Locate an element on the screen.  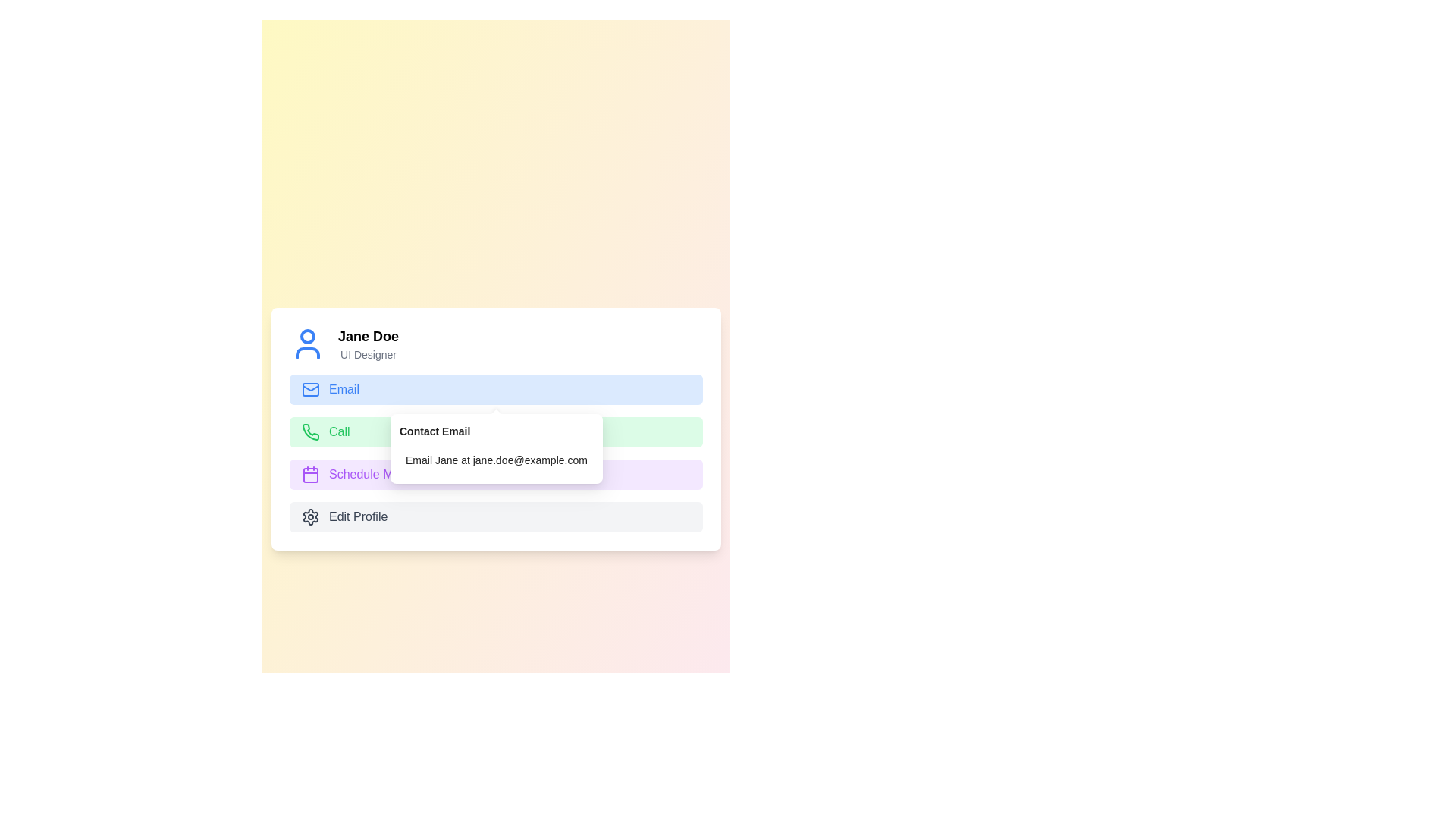
the Text Display element which shows 'Jane Doe' in bold and 'UI Designer' below it in gray, located in the upper-left quadrant of the interface is located at coordinates (368, 344).